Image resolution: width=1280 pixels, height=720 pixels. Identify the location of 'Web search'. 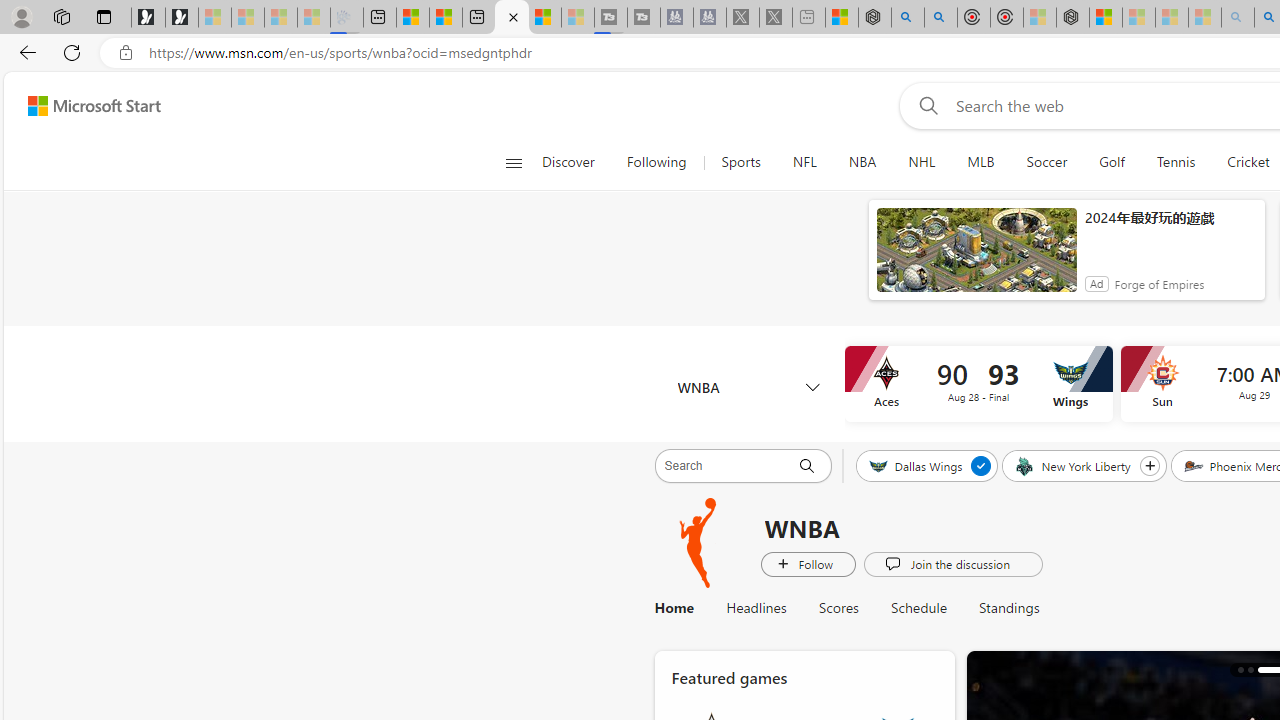
(923, 105).